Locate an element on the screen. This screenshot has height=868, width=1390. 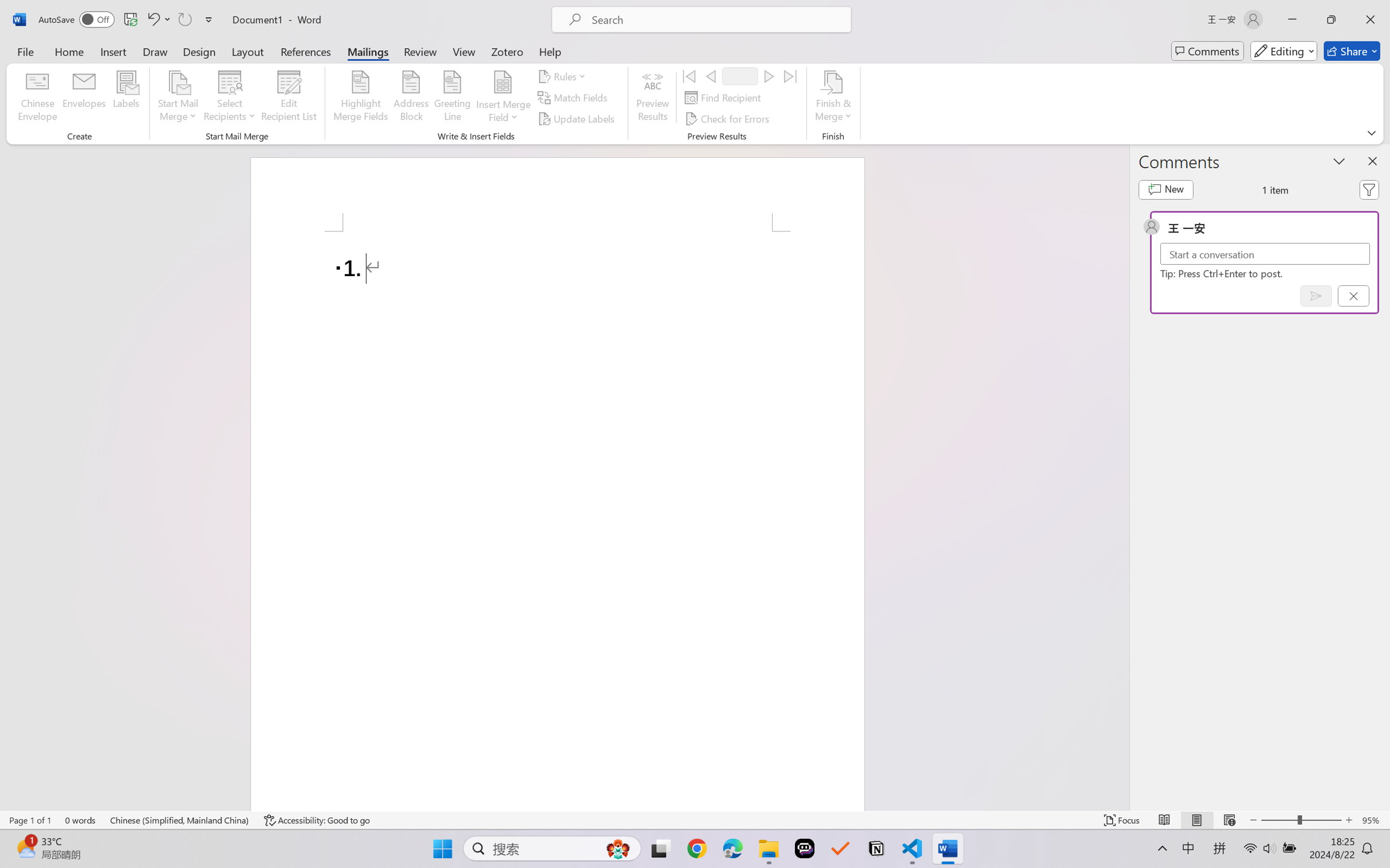
'Previous' is located at coordinates (710, 75).